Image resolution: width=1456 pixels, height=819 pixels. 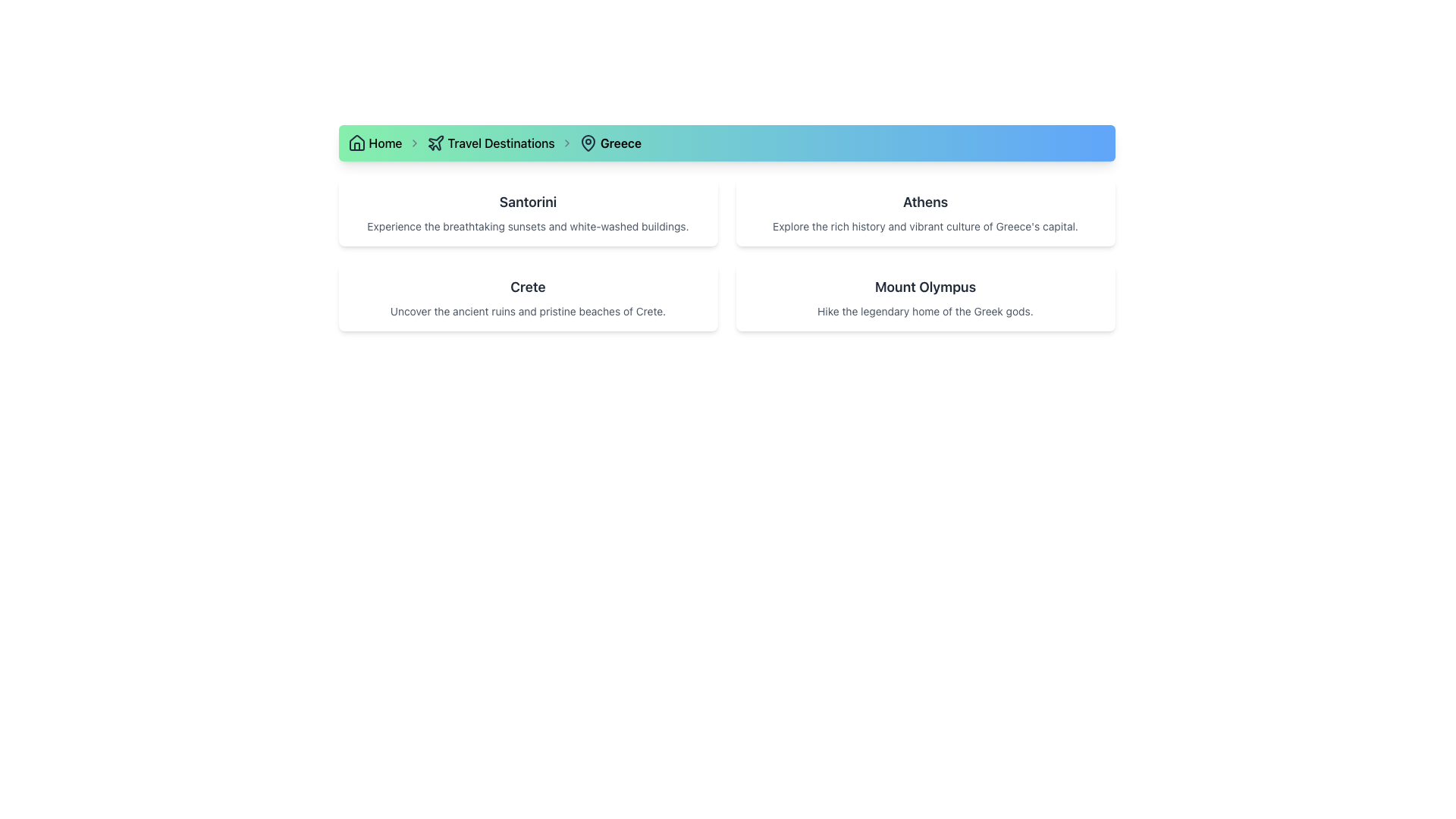 I want to click on the pin icon representing the 'Greece' navigation step in the breadcrumb navigation, so click(x=587, y=143).